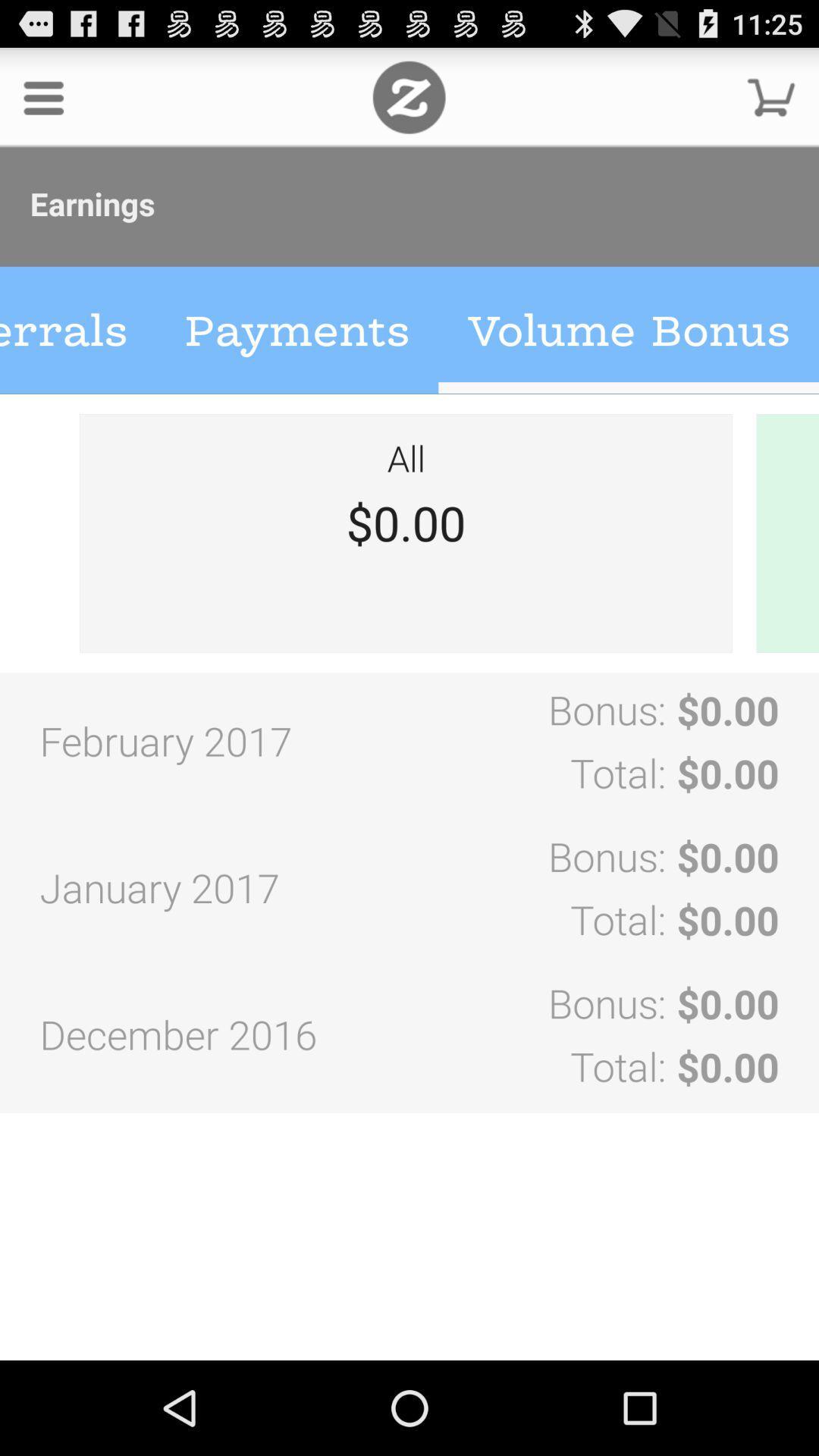 The height and width of the screenshot is (1456, 819). What do you see at coordinates (408, 96) in the screenshot?
I see `visit homepage` at bounding box center [408, 96].